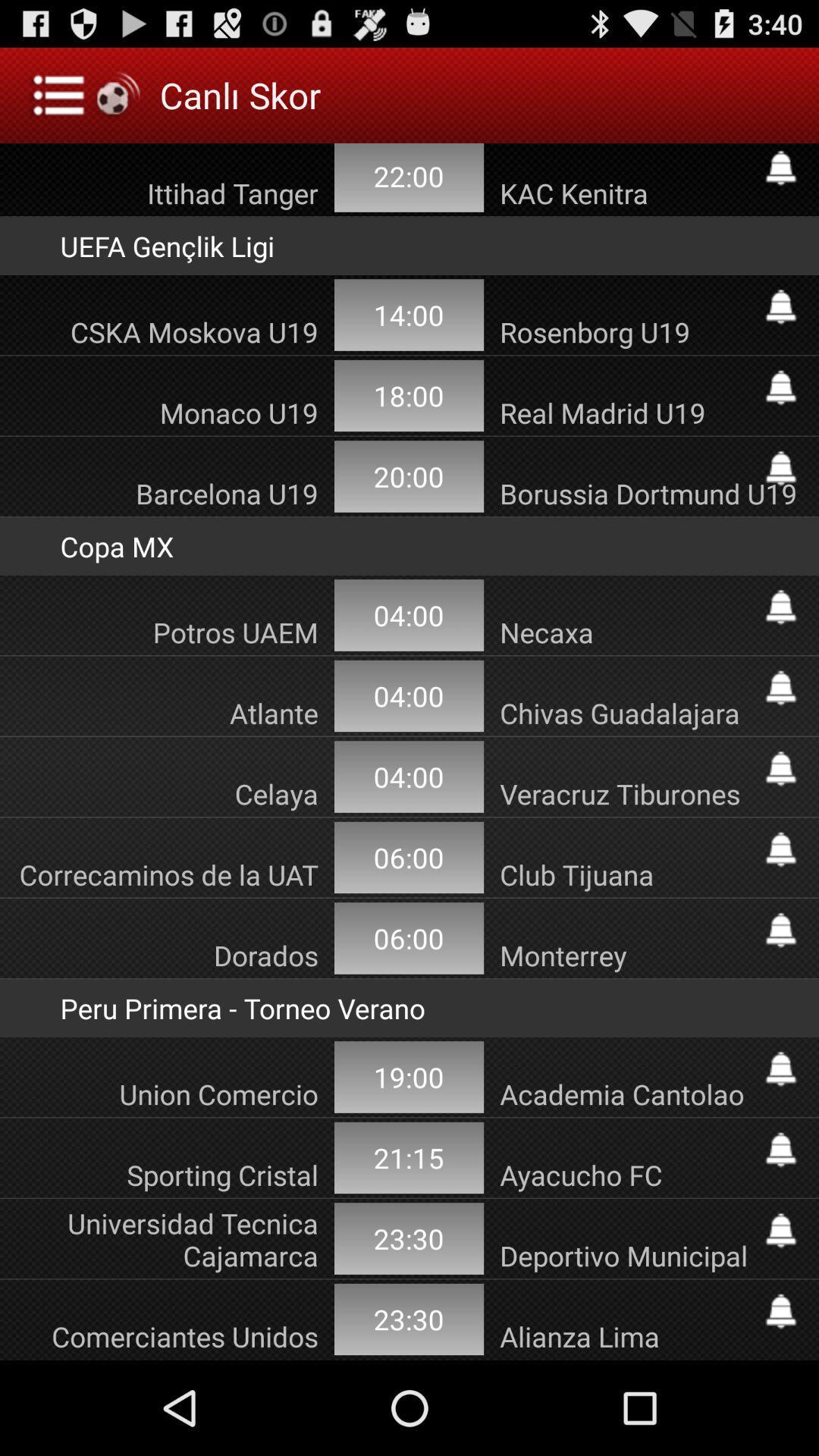 Image resolution: width=819 pixels, height=1456 pixels. I want to click on subscribe, so click(780, 1150).